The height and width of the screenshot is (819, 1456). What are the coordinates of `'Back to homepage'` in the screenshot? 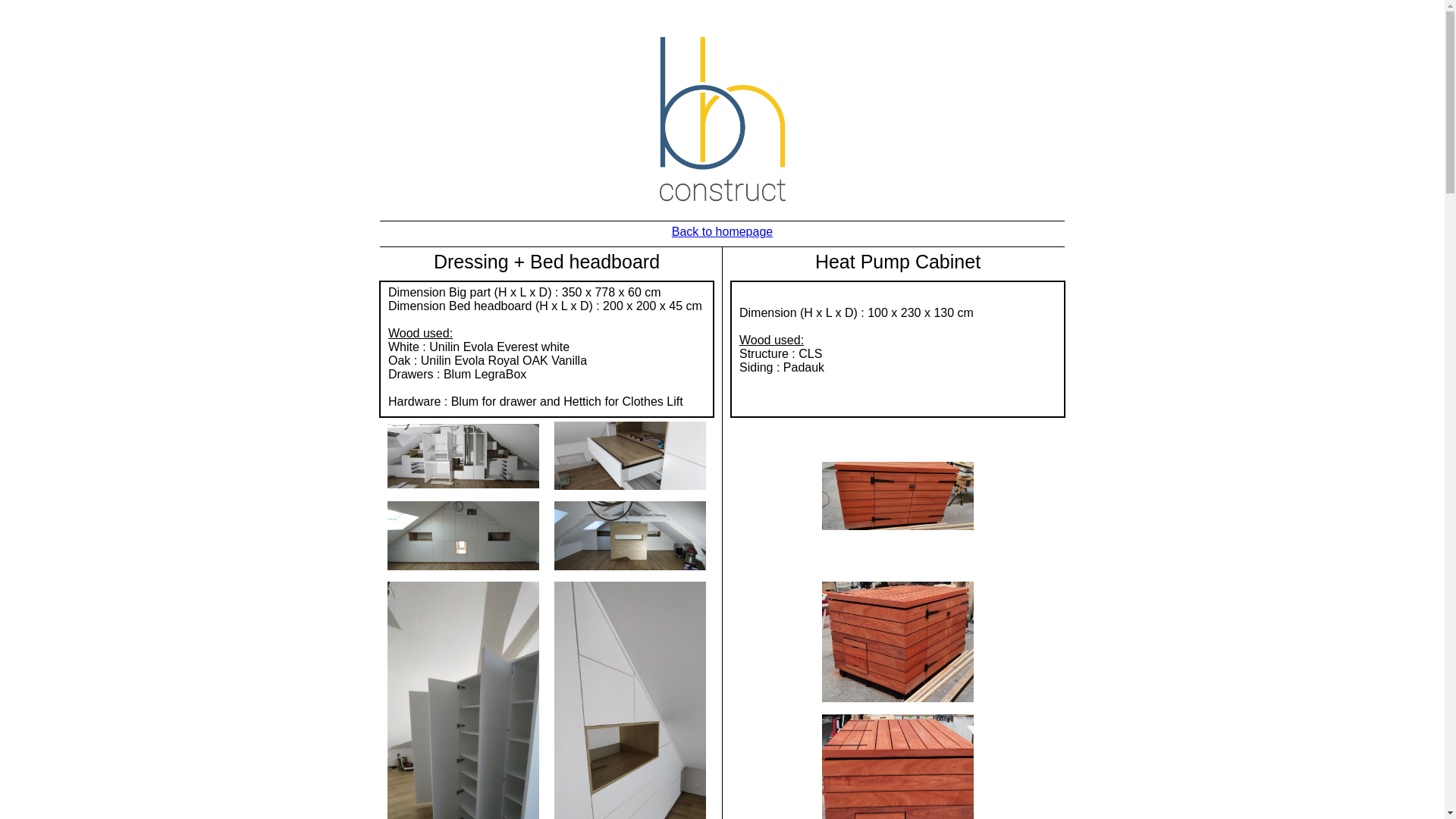 It's located at (721, 231).